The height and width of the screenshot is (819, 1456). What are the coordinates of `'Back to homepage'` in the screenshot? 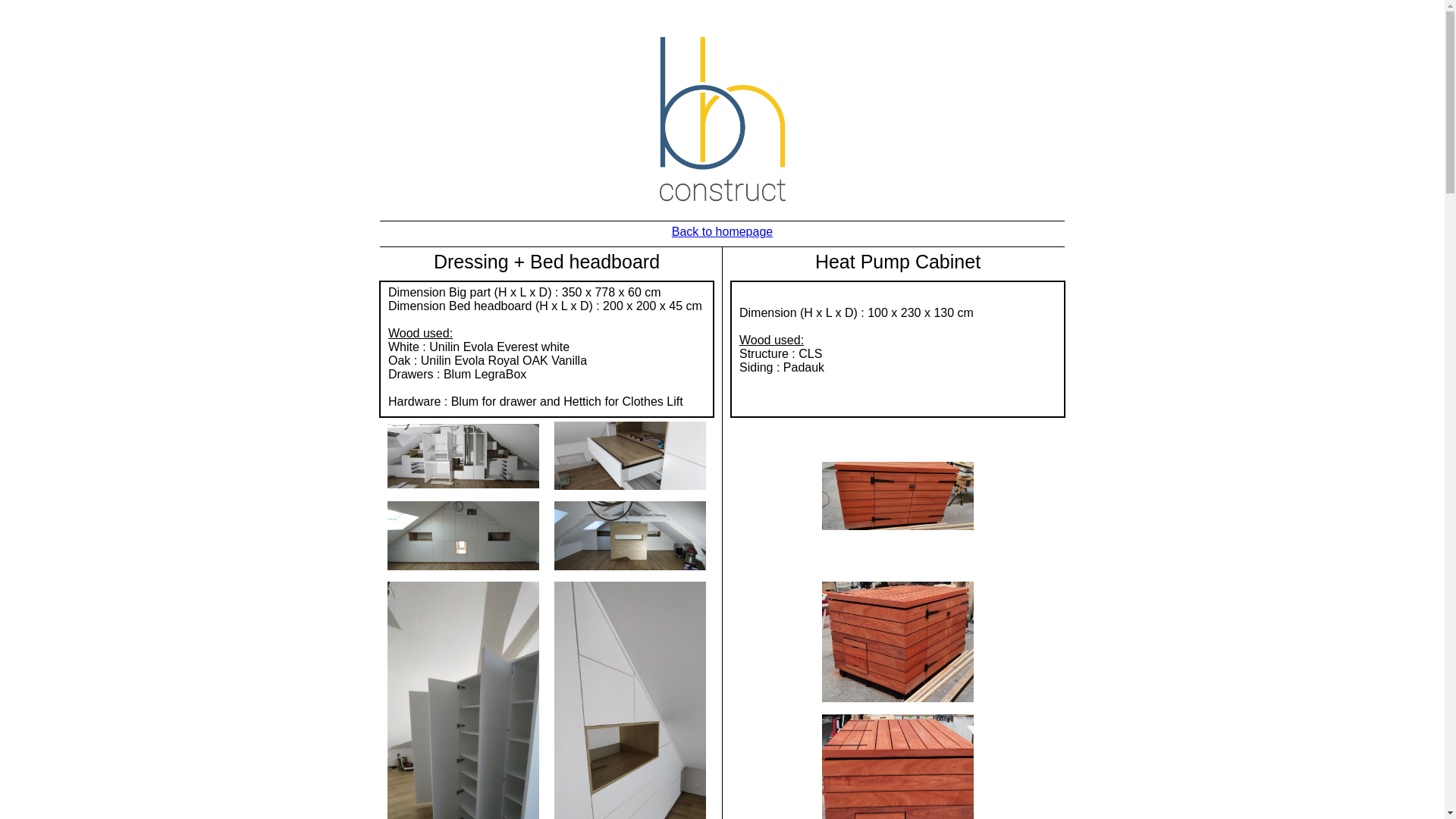 It's located at (721, 231).